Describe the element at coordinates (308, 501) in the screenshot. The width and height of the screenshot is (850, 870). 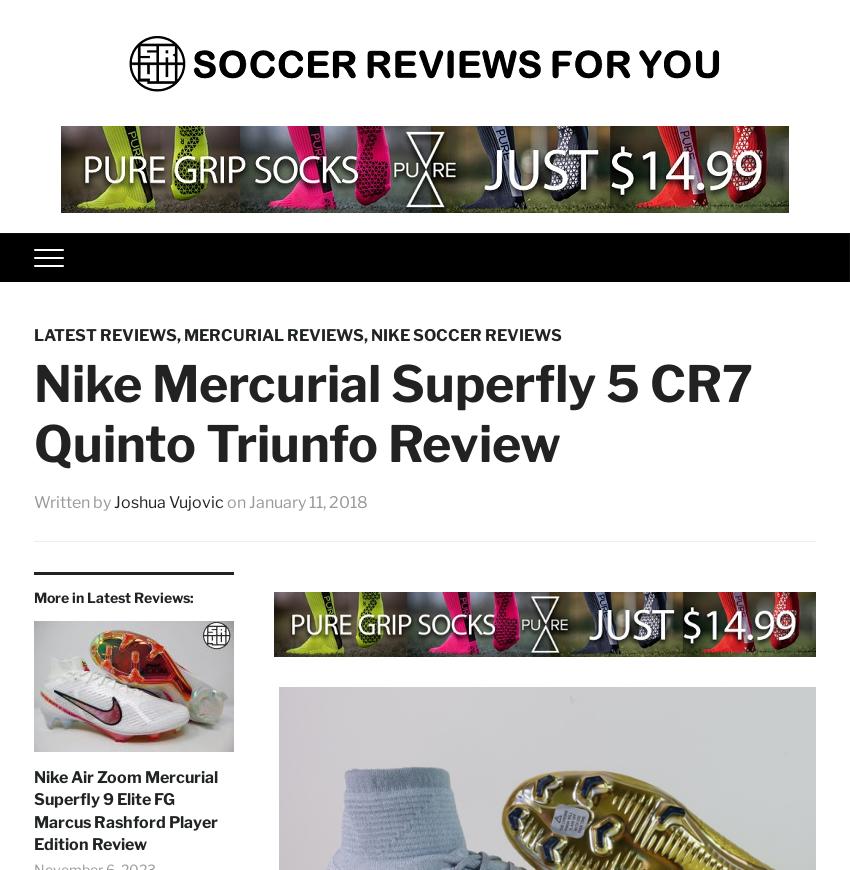
I see `'January 11, 2018'` at that location.